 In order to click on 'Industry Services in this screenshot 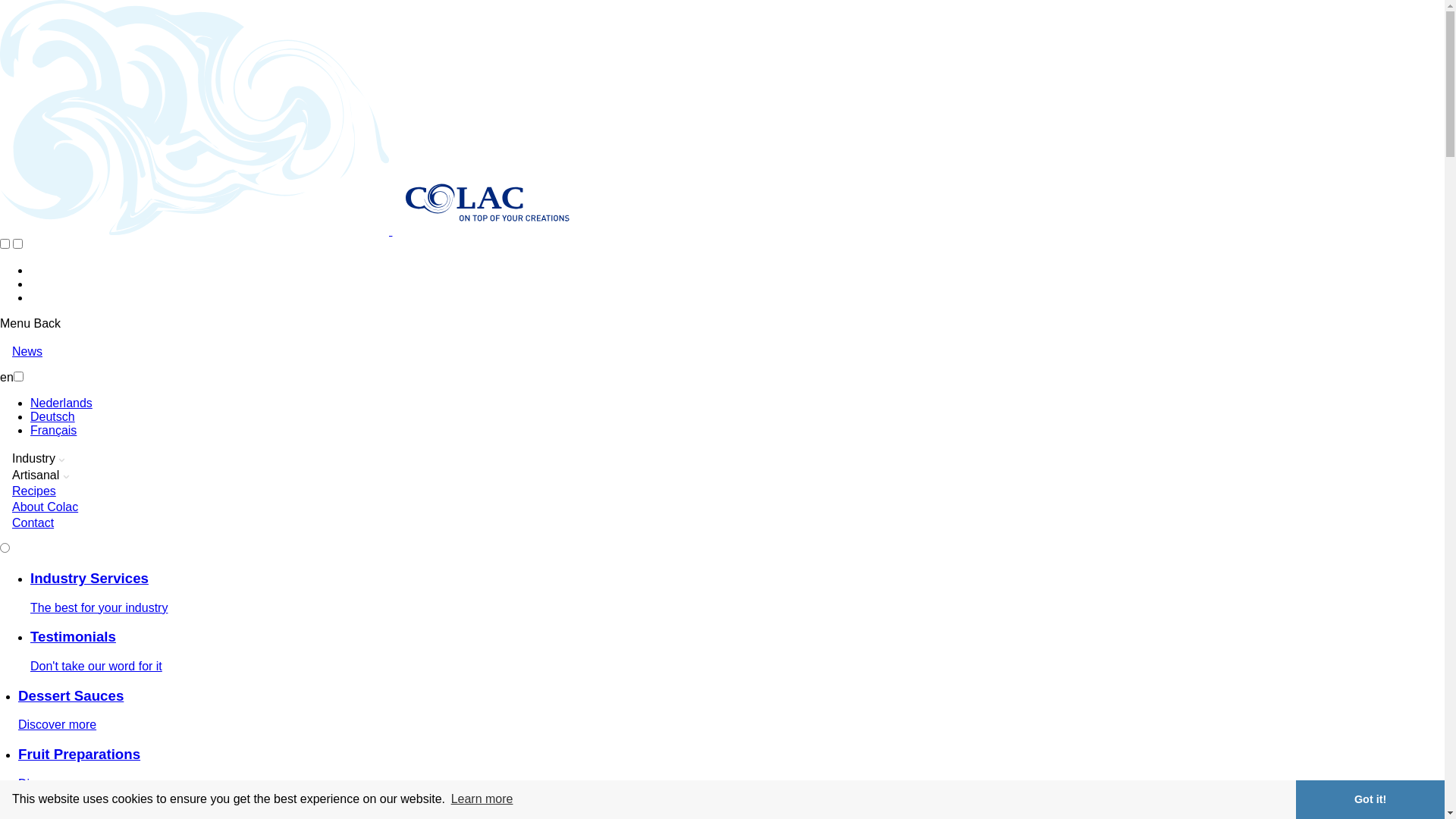, I will do `click(737, 591)`.